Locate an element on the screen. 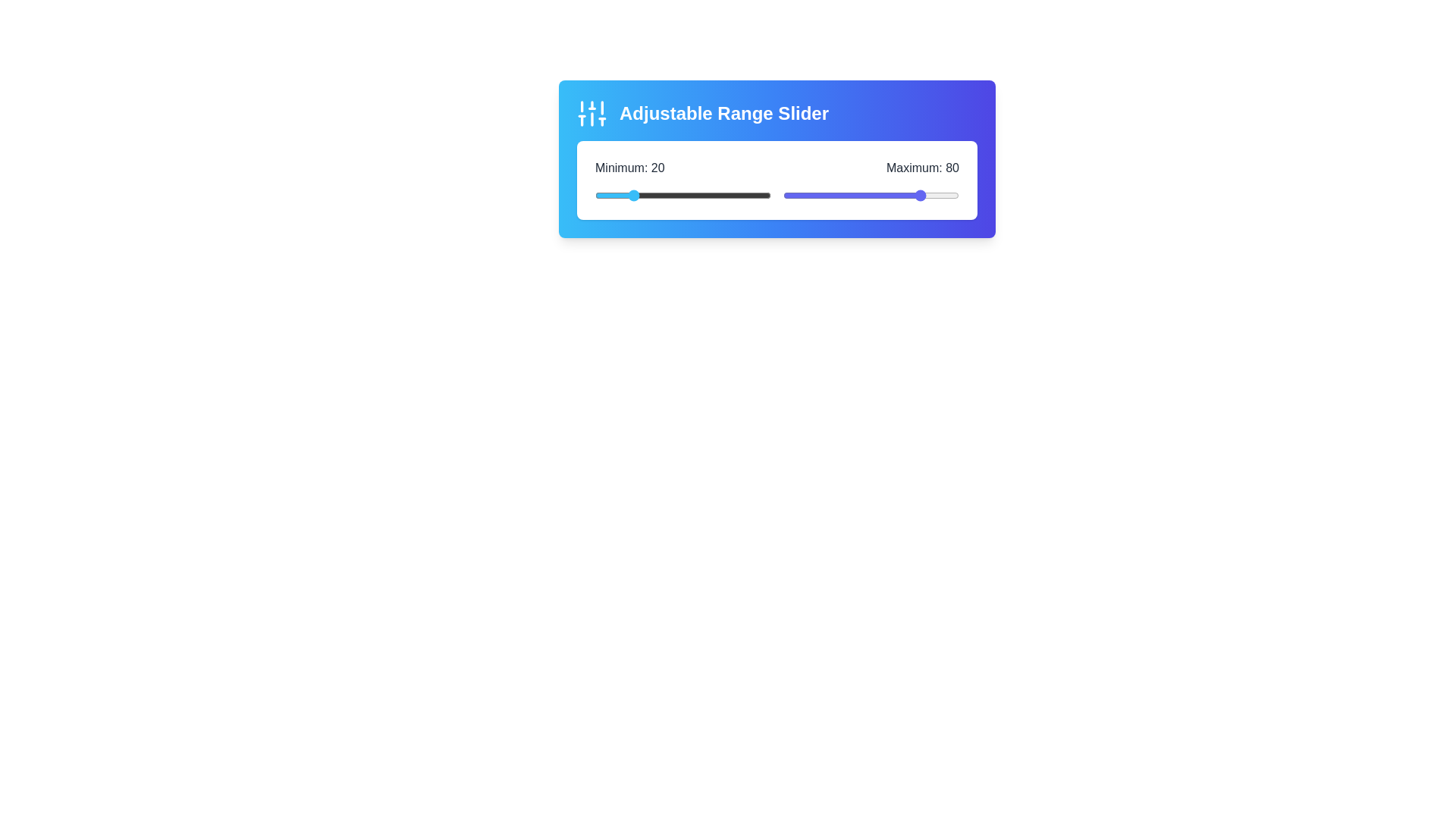 The width and height of the screenshot is (1456, 819). the handle of the range slider input element, which is positioned is located at coordinates (871, 195).